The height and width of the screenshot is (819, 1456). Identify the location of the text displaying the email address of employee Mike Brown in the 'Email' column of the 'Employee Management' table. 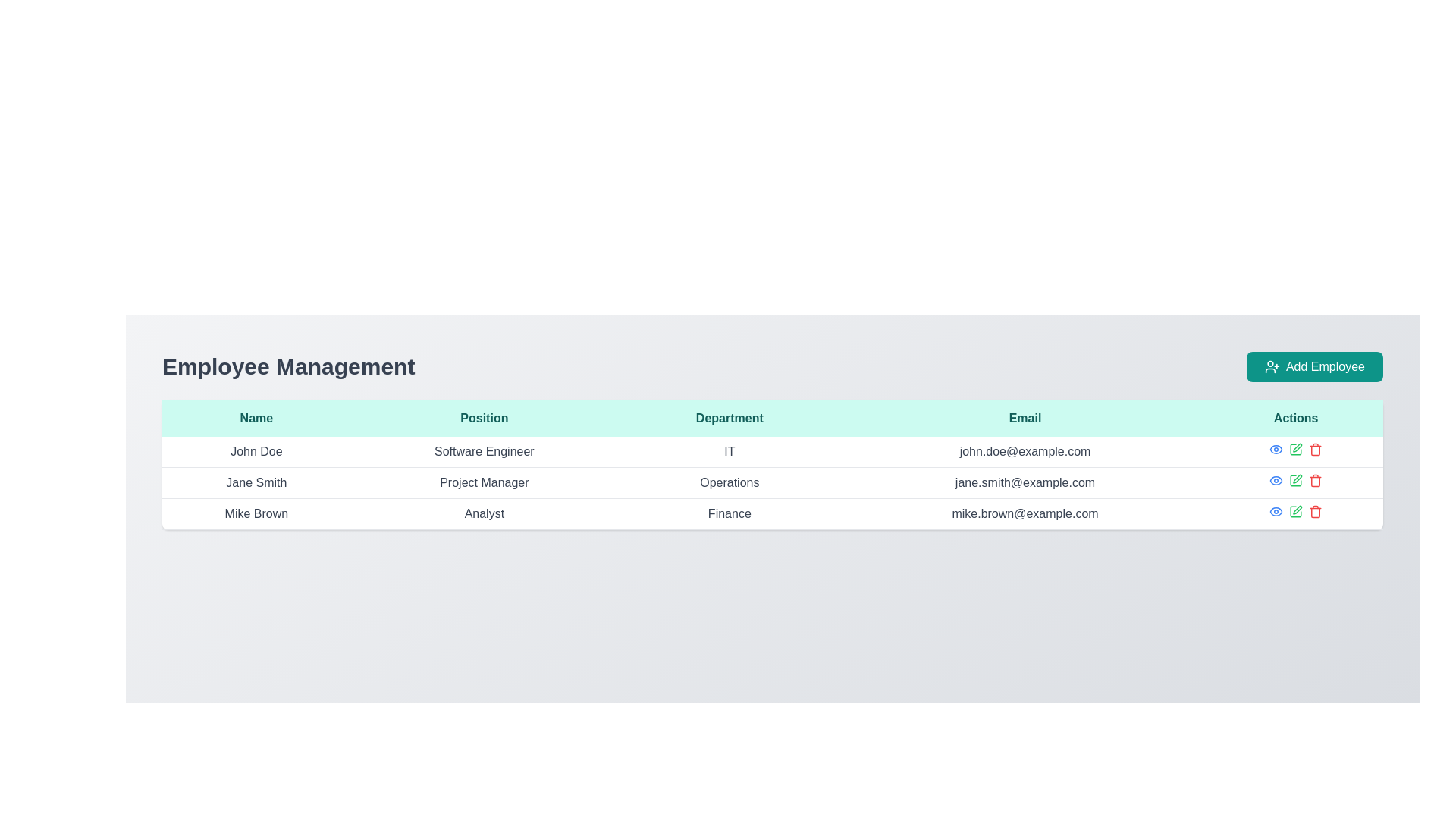
(1025, 513).